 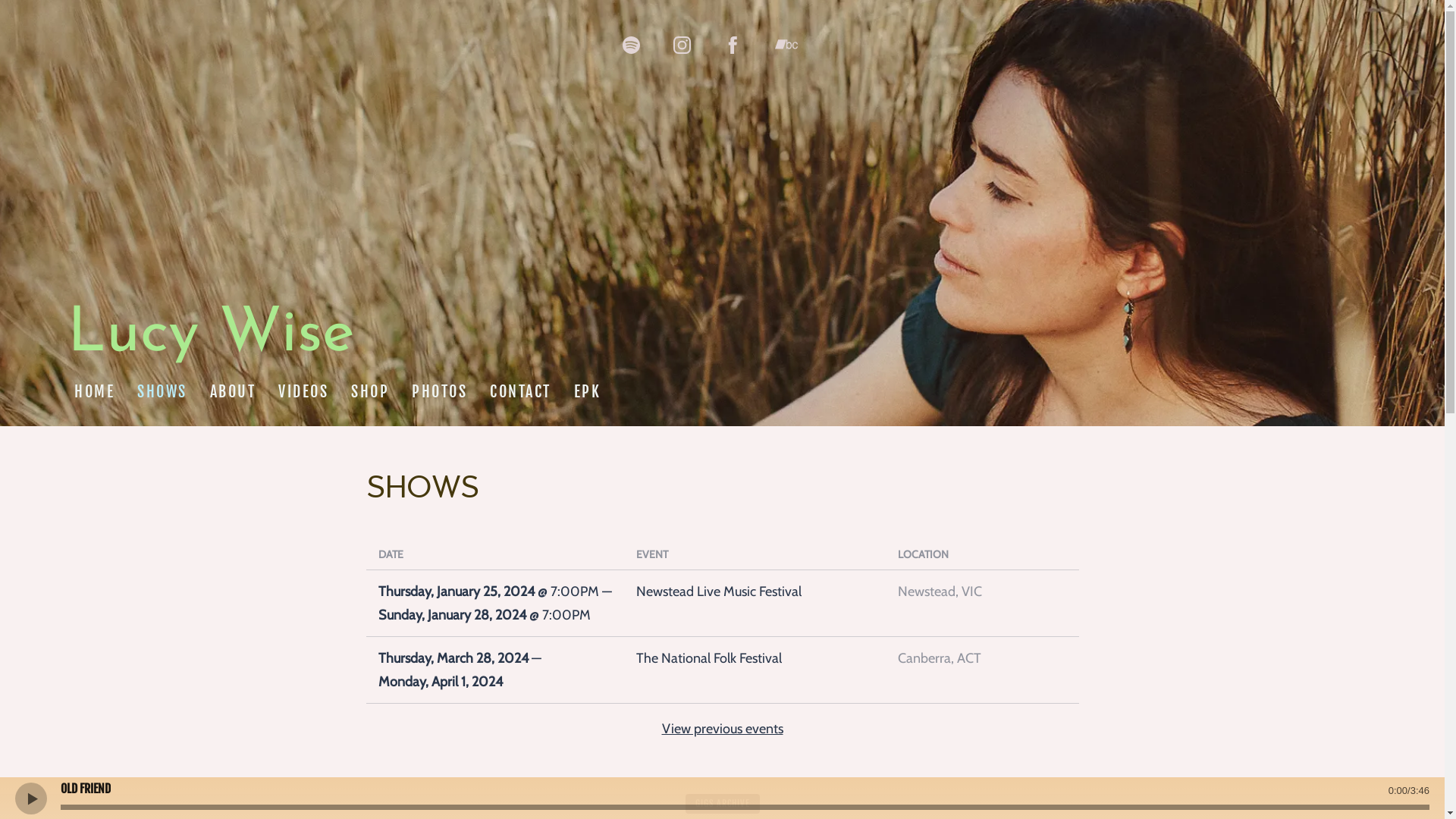 I want to click on 'VIDEOS', so click(x=270, y=391).